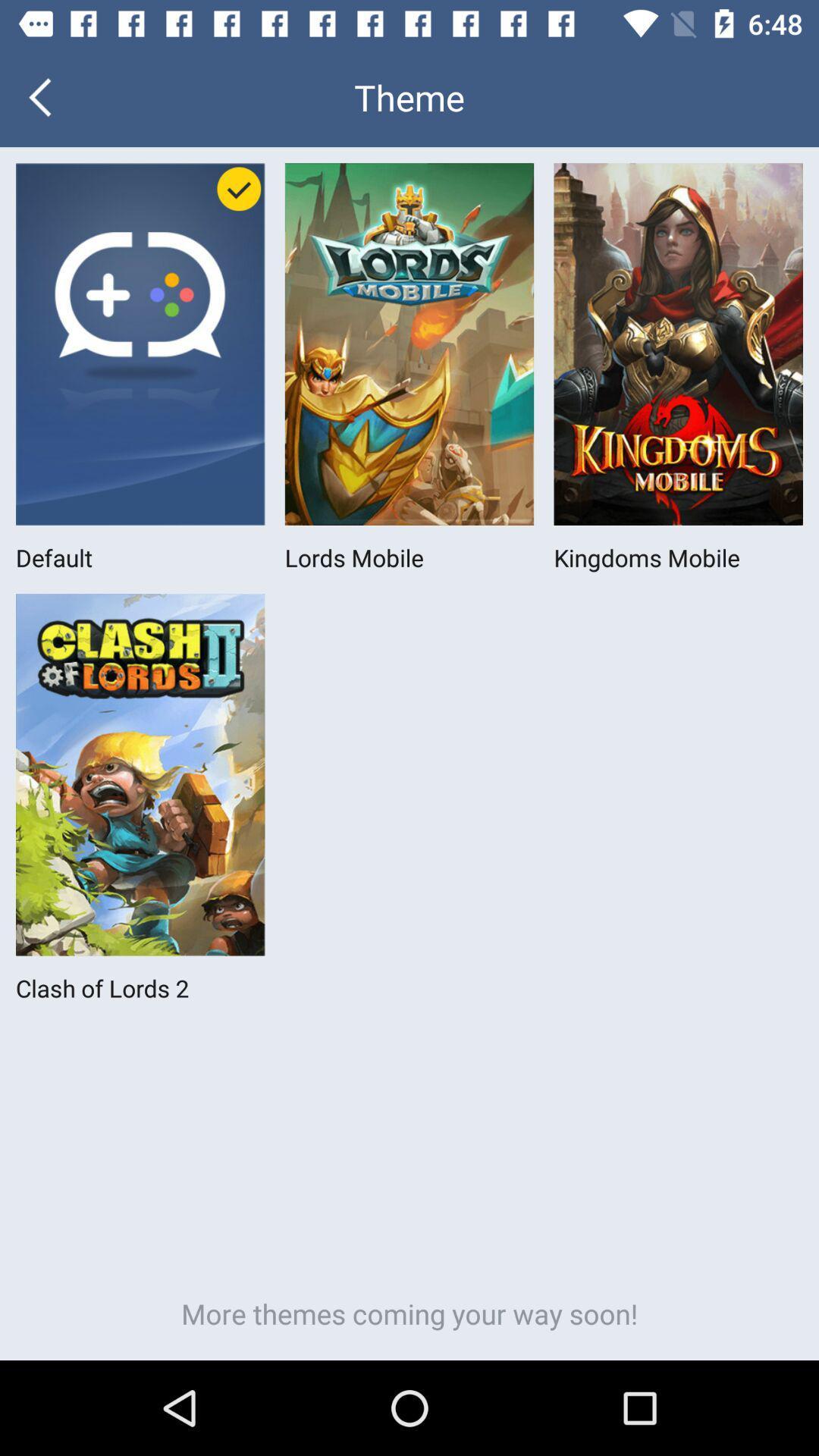 Image resolution: width=819 pixels, height=1456 pixels. I want to click on the theme icon, so click(409, 96).